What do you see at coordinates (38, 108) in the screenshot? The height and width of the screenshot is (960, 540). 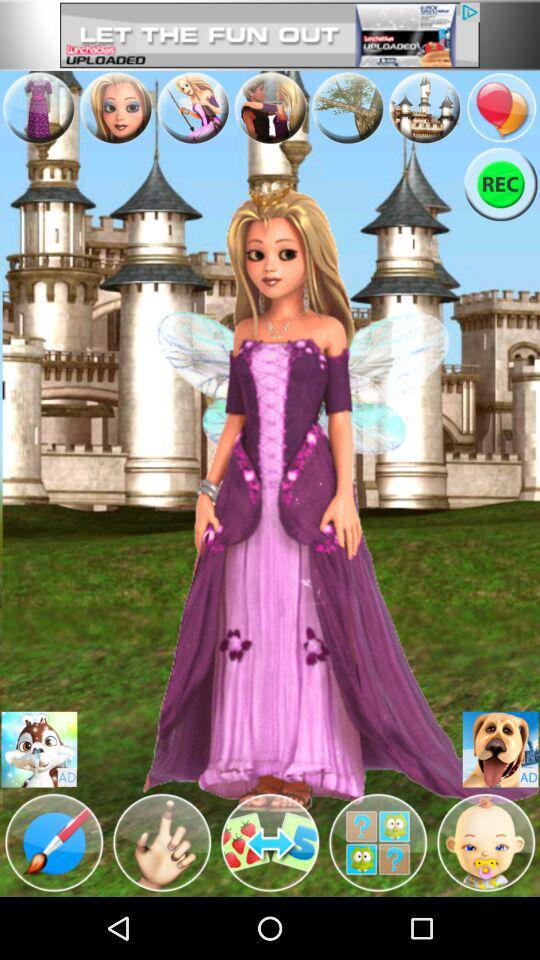 I see `opens dress menu` at bounding box center [38, 108].